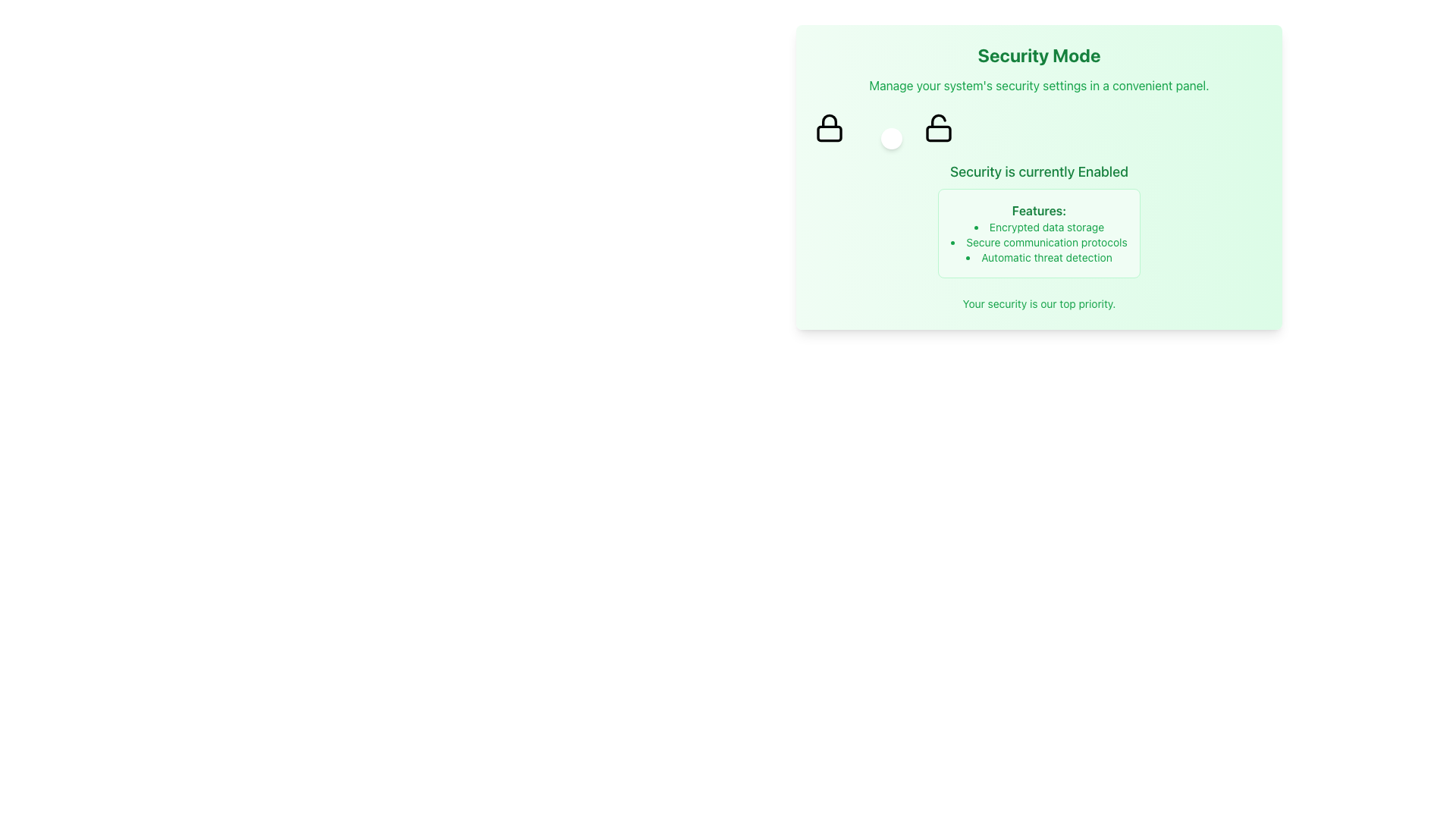 The height and width of the screenshot is (819, 1456). What do you see at coordinates (1038, 242) in the screenshot?
I see `text displayed in the 'Features:' list located within the light green box in the 'Security Mode' panel` at bounding box center [1038, 242].